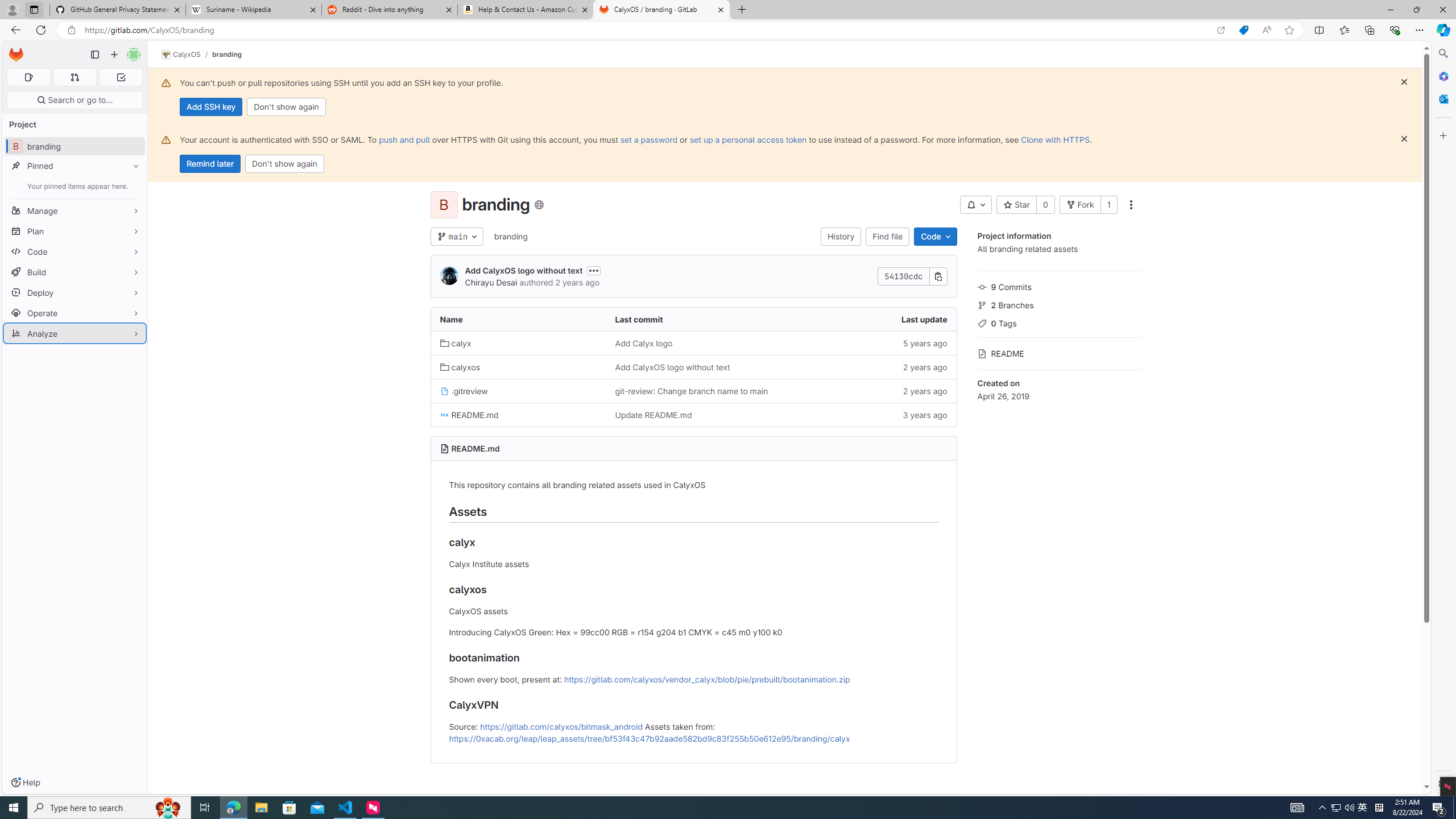 The width and height of the screenshot is (1456, 819). I want to click on 'GitHub General Privacy Statement - GitHub Docs', so click(118, 9).